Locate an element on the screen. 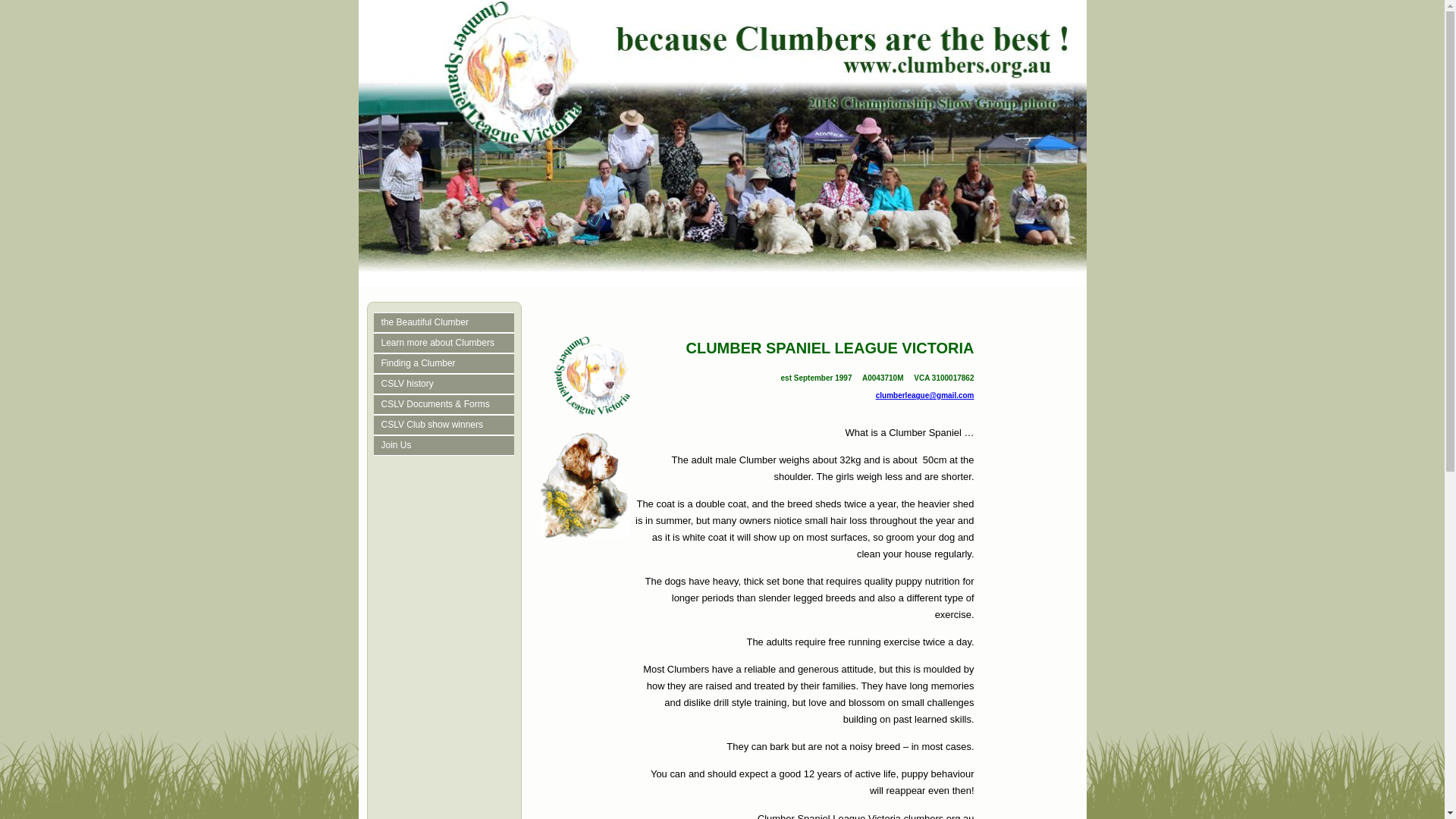  'Join Us' is located at coordinates (446, 444).